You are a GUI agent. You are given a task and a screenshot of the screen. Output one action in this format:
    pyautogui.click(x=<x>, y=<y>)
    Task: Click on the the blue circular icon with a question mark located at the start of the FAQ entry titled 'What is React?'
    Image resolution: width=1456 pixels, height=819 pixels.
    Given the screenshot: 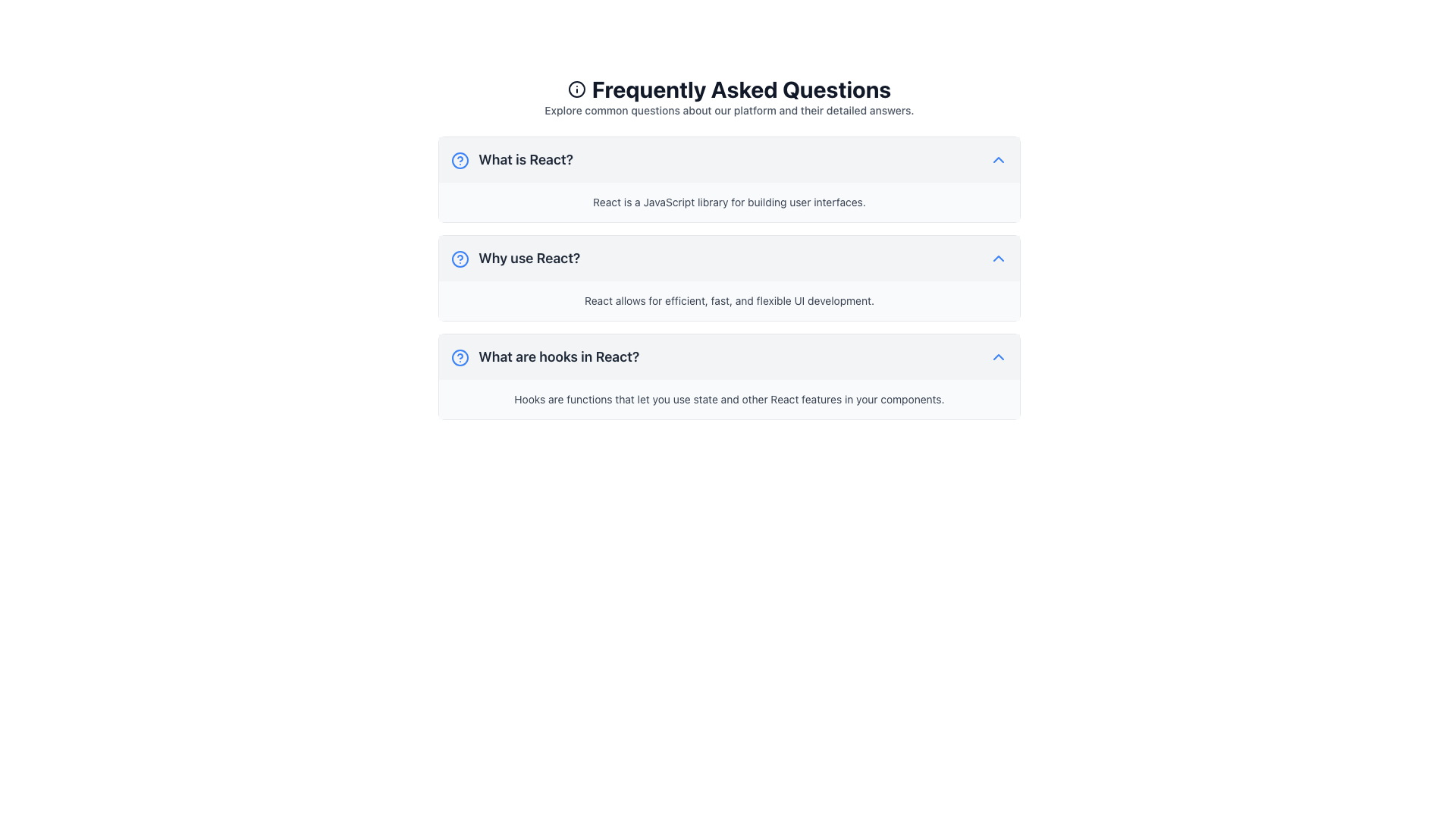 What is the action you would take?
    pyautogui.click(x=459, y=161)
    